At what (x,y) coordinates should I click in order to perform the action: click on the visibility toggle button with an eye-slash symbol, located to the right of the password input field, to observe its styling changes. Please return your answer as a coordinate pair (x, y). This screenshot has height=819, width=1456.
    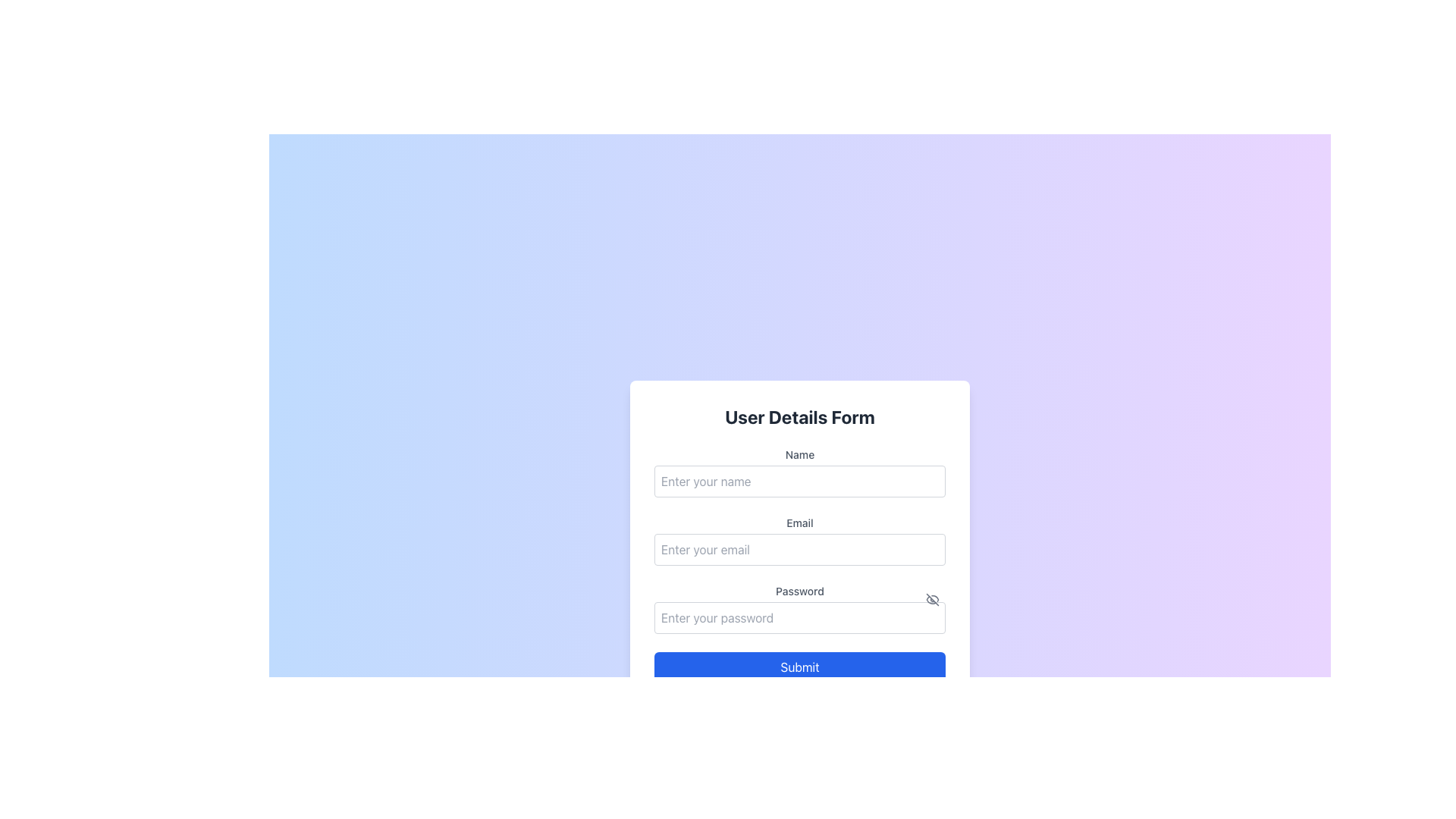
    Looking at the image, I should click on (931, 598).